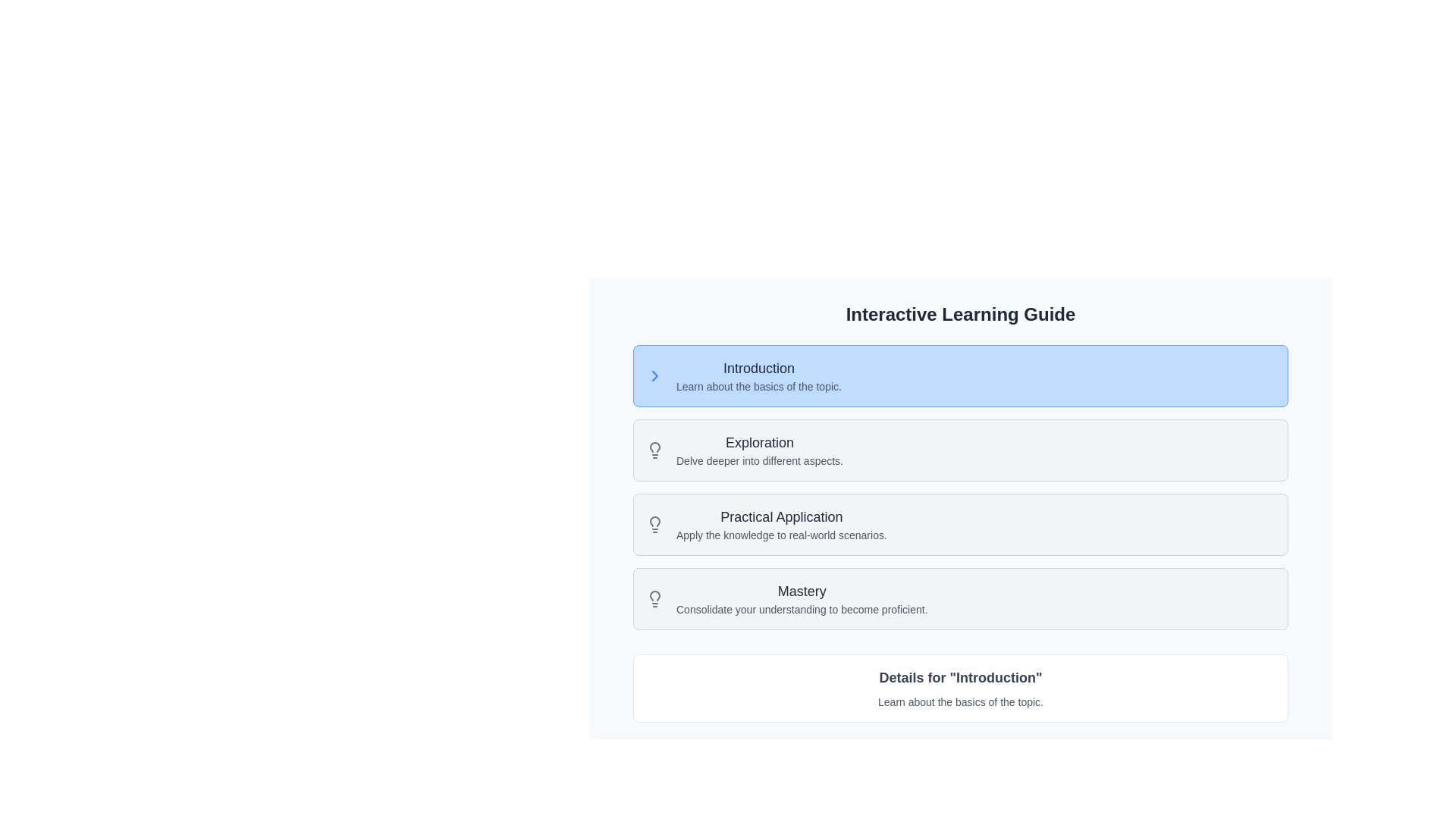 Image resolution: width=1456 pixels, height=819 pixels. Describe the element at coordinates (960, 598) in the screenshot. I see `the fourth card in the 'Interactive Learning Guide' section` at that location.